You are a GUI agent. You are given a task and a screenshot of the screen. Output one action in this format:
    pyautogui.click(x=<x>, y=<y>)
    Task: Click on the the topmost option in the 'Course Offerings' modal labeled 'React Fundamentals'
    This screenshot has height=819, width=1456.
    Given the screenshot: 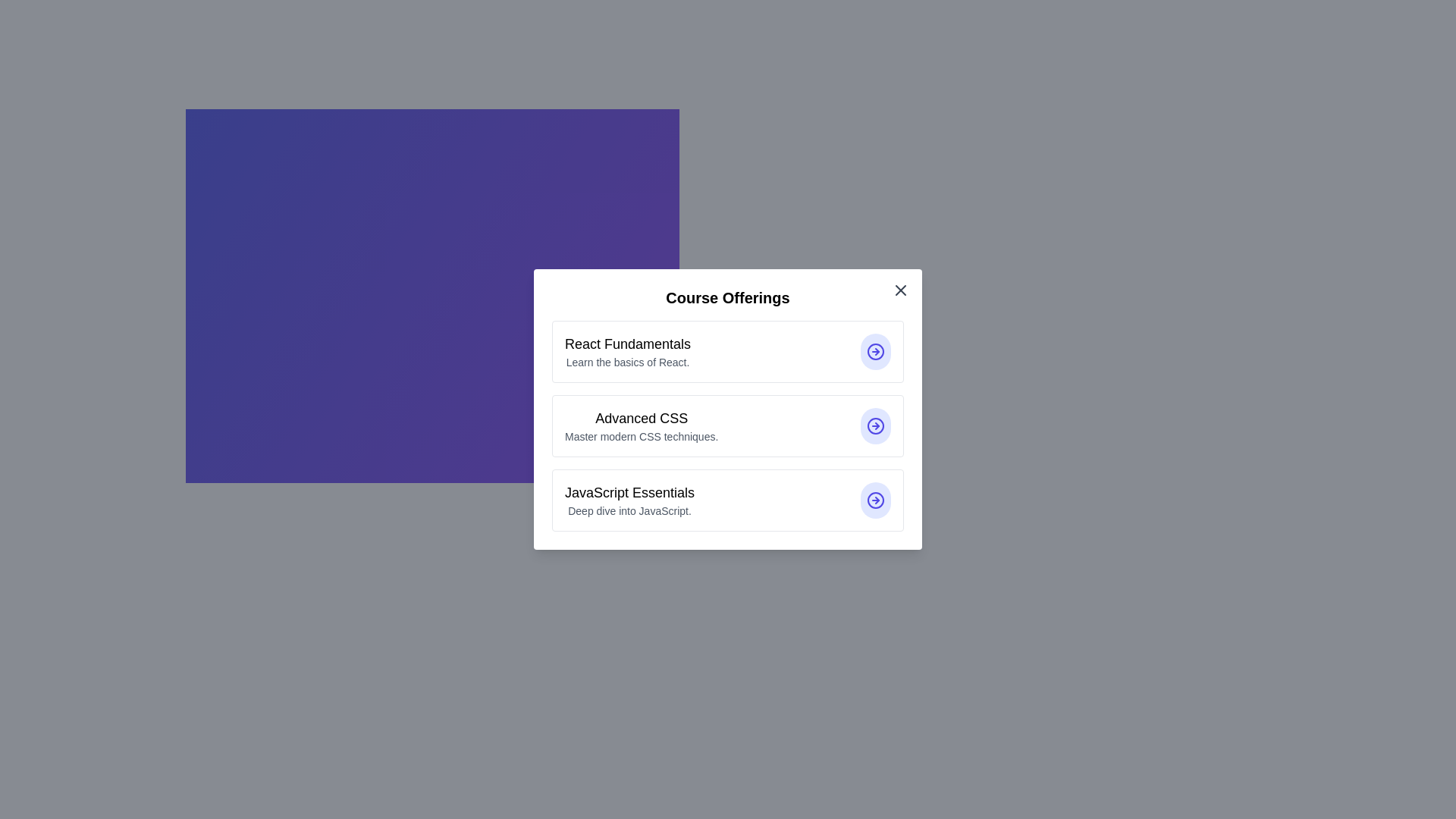 What is the action you would take?
    pyautogui.click(x=728, y=351)
    